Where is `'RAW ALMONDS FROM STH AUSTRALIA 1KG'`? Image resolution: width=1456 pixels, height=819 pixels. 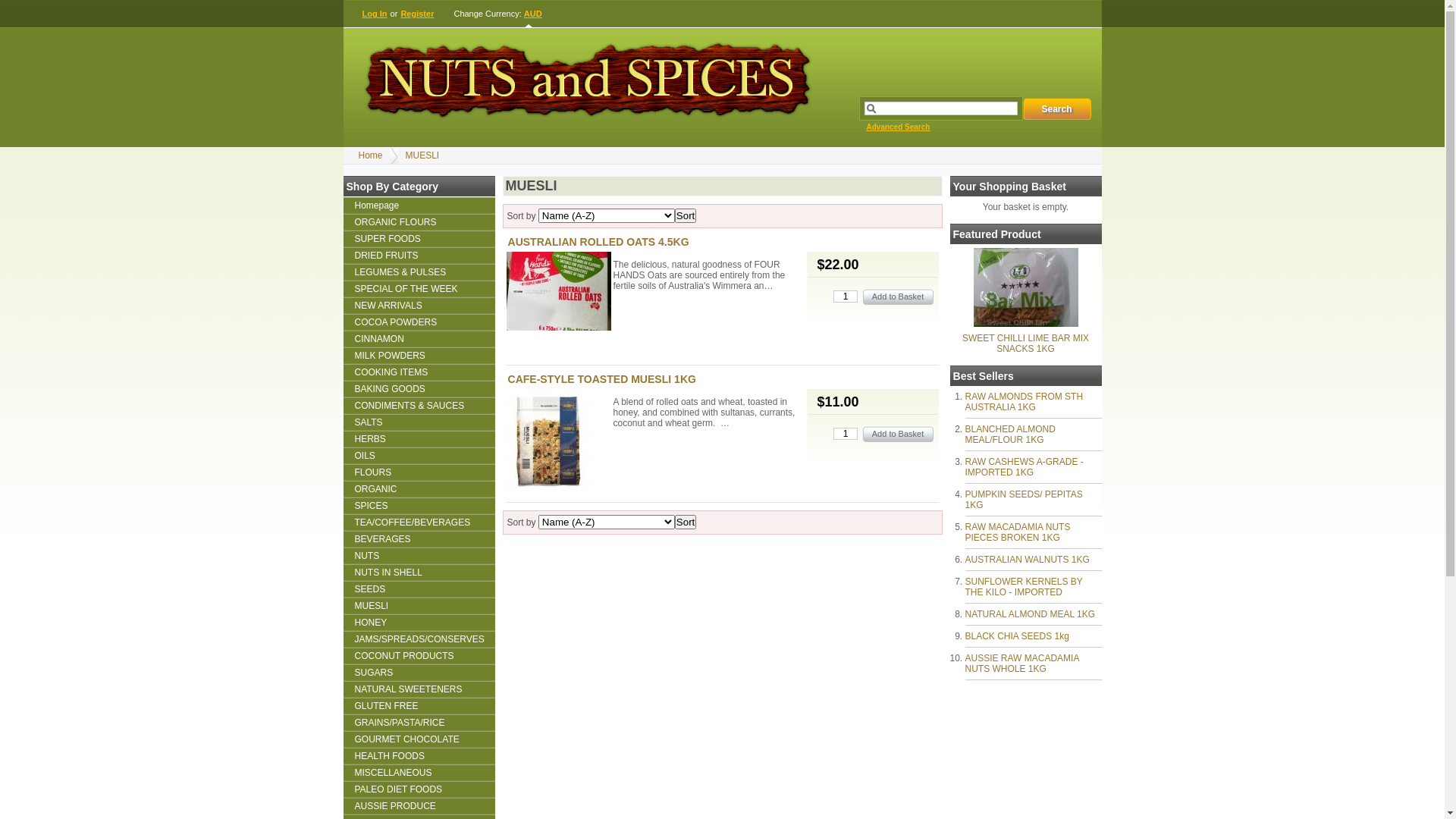 'RAW ALMONDS FROM STH AUSTRALIA 1KG' is located at coordinates (1023, 400).